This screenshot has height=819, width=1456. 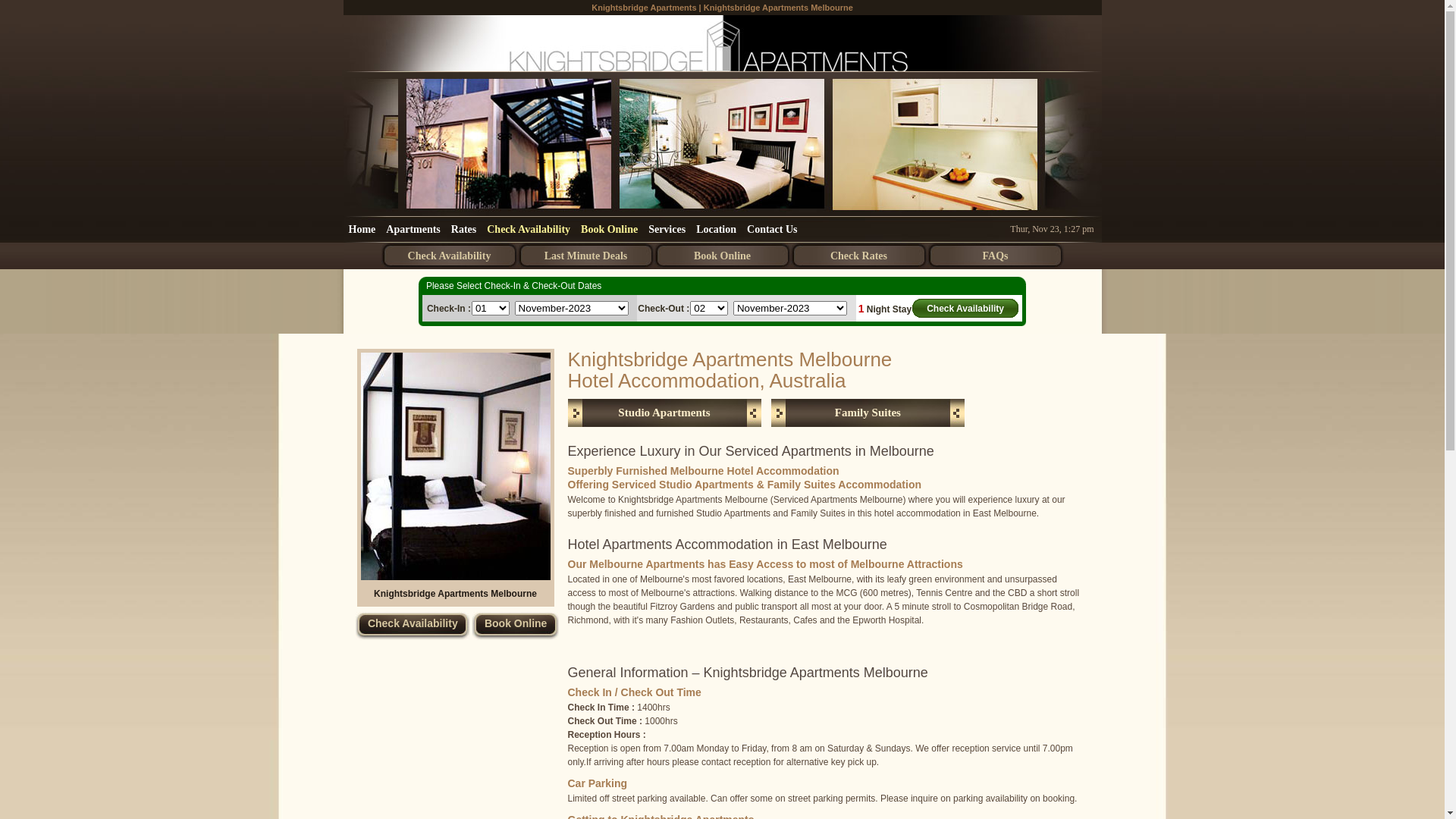 What do you see at coordinates (516, 626) in the screenshot?
I see `'Book Online'` at bounding box center [516, 626].